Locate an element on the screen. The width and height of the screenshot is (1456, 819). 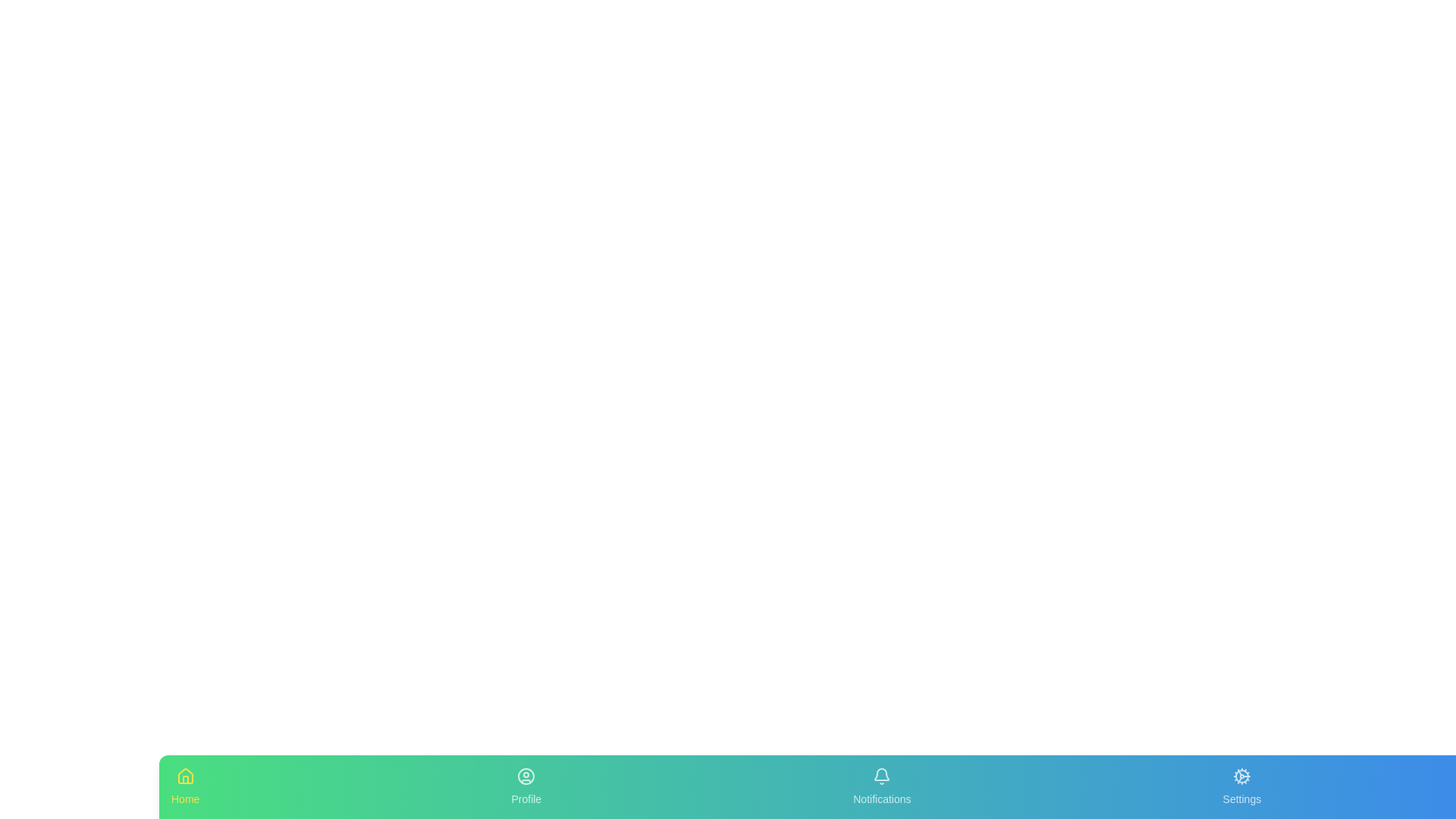
the Notifications tab in the bottom navigation is located at coordinates (881, 786).